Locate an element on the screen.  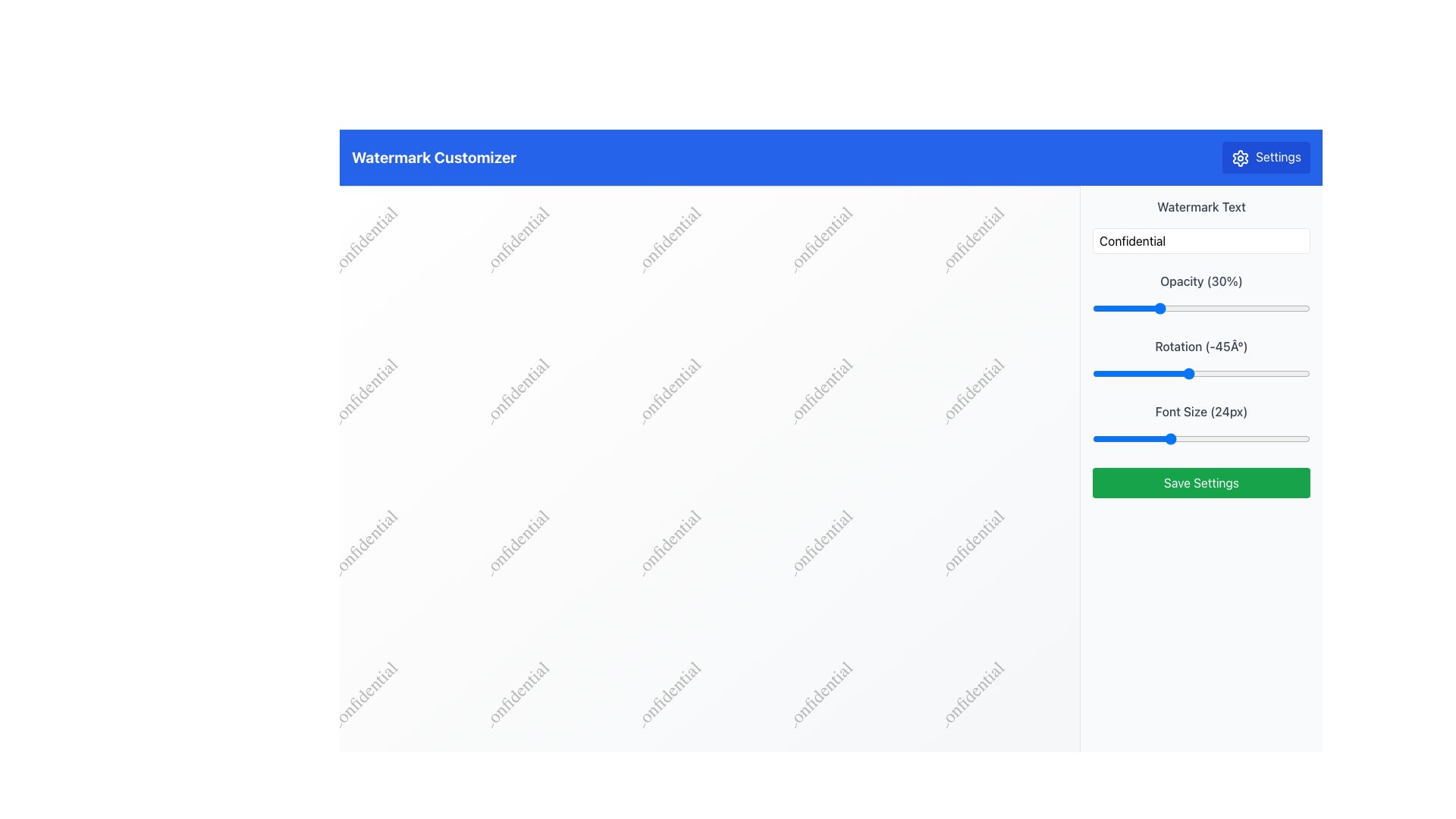
the range slider bar to set the rotation value, located beneath the label 'Rotation (-45°)' and above the 'Font Size (24px)' slider is located at coordinates (1200, 373).